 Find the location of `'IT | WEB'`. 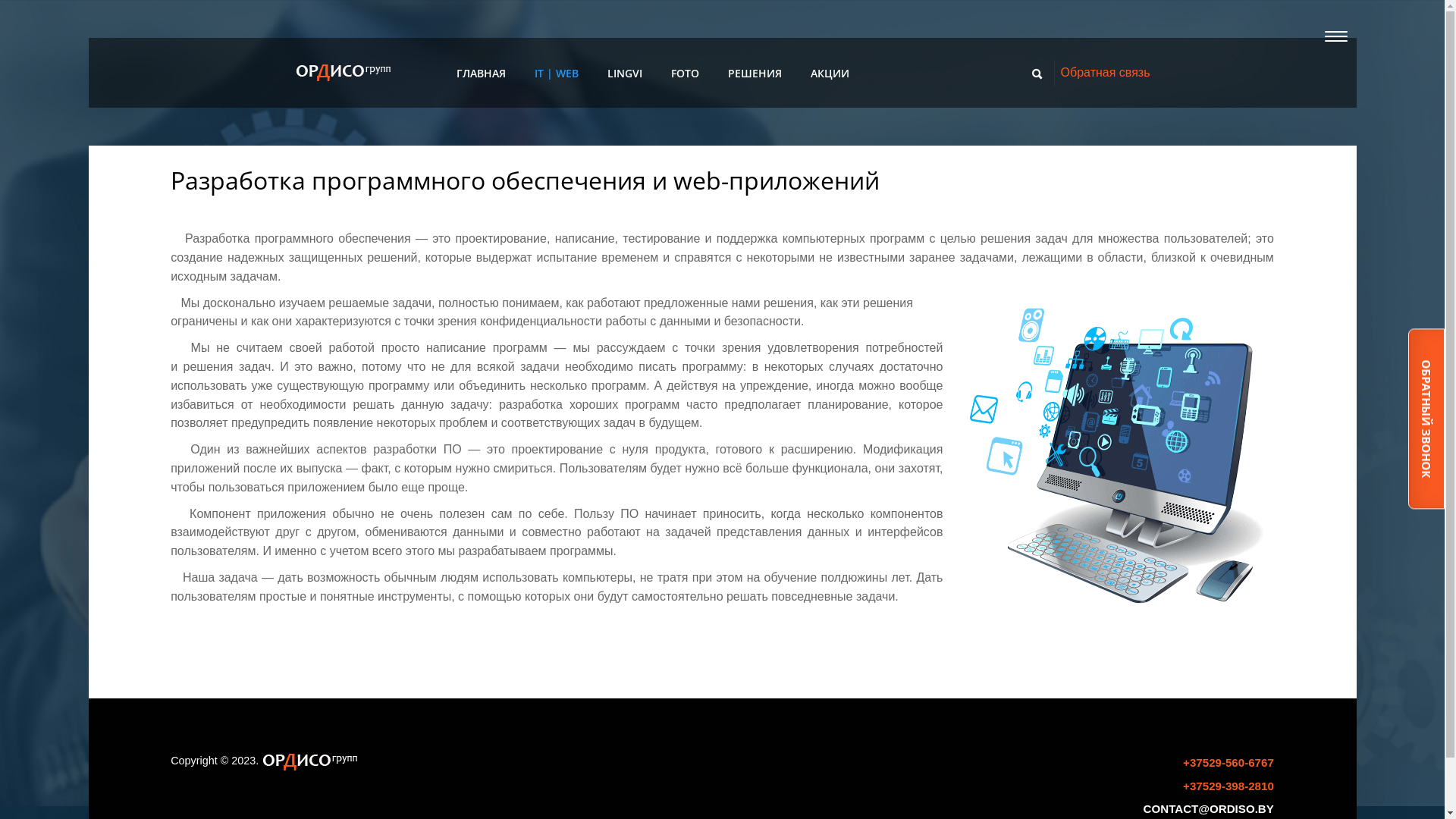

'IT | WEB' is located at coordinates (556, 73).